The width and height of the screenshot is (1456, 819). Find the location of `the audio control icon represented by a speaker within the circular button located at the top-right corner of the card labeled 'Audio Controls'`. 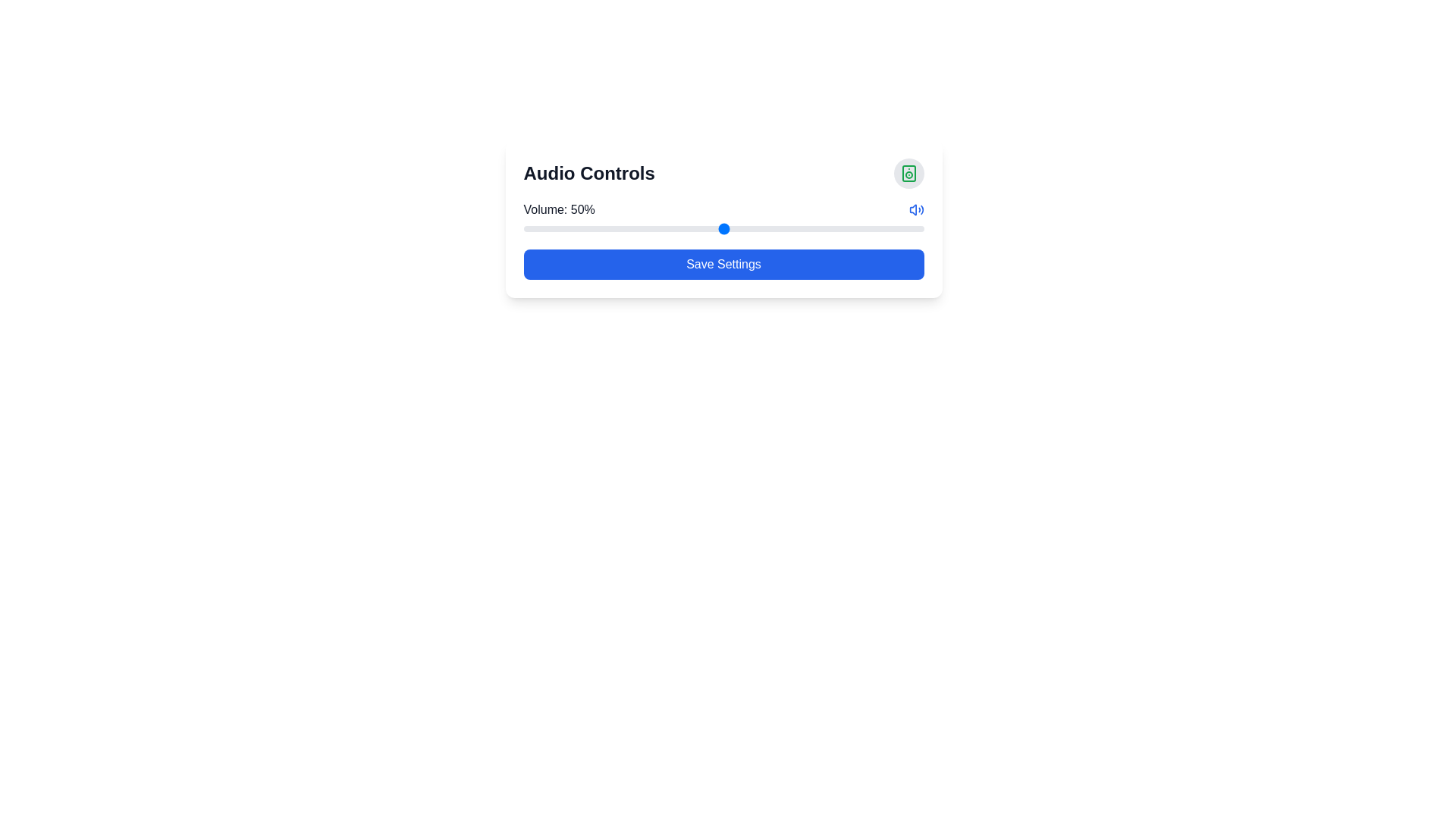

the audio control icon represented by a speaker within the circular button located at the top-right corner of the card labeled 'Audio Controls' is located at coordinates (908, 172).